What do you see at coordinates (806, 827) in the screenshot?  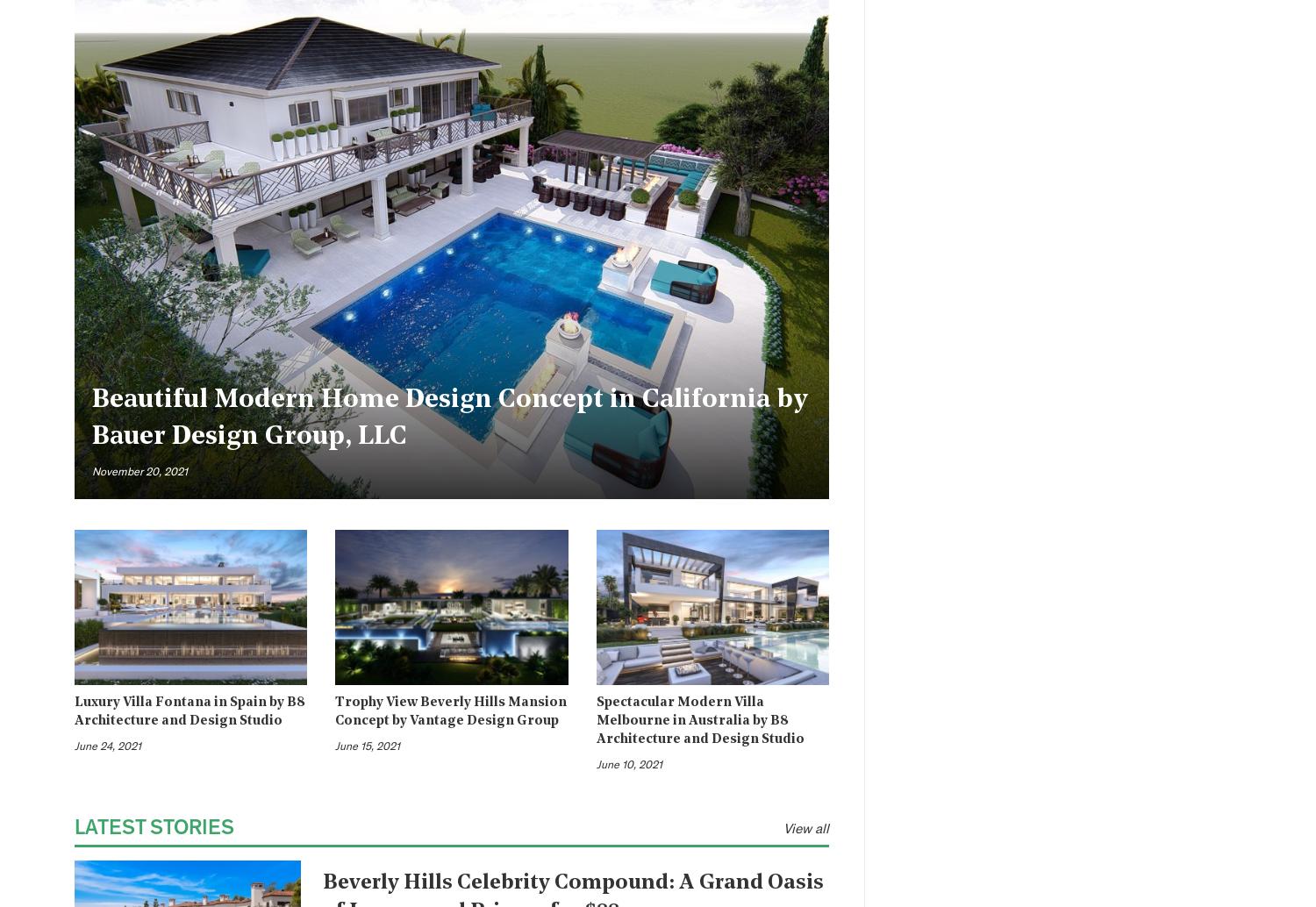 I see `'View all'` at bounding box center [806, 827].